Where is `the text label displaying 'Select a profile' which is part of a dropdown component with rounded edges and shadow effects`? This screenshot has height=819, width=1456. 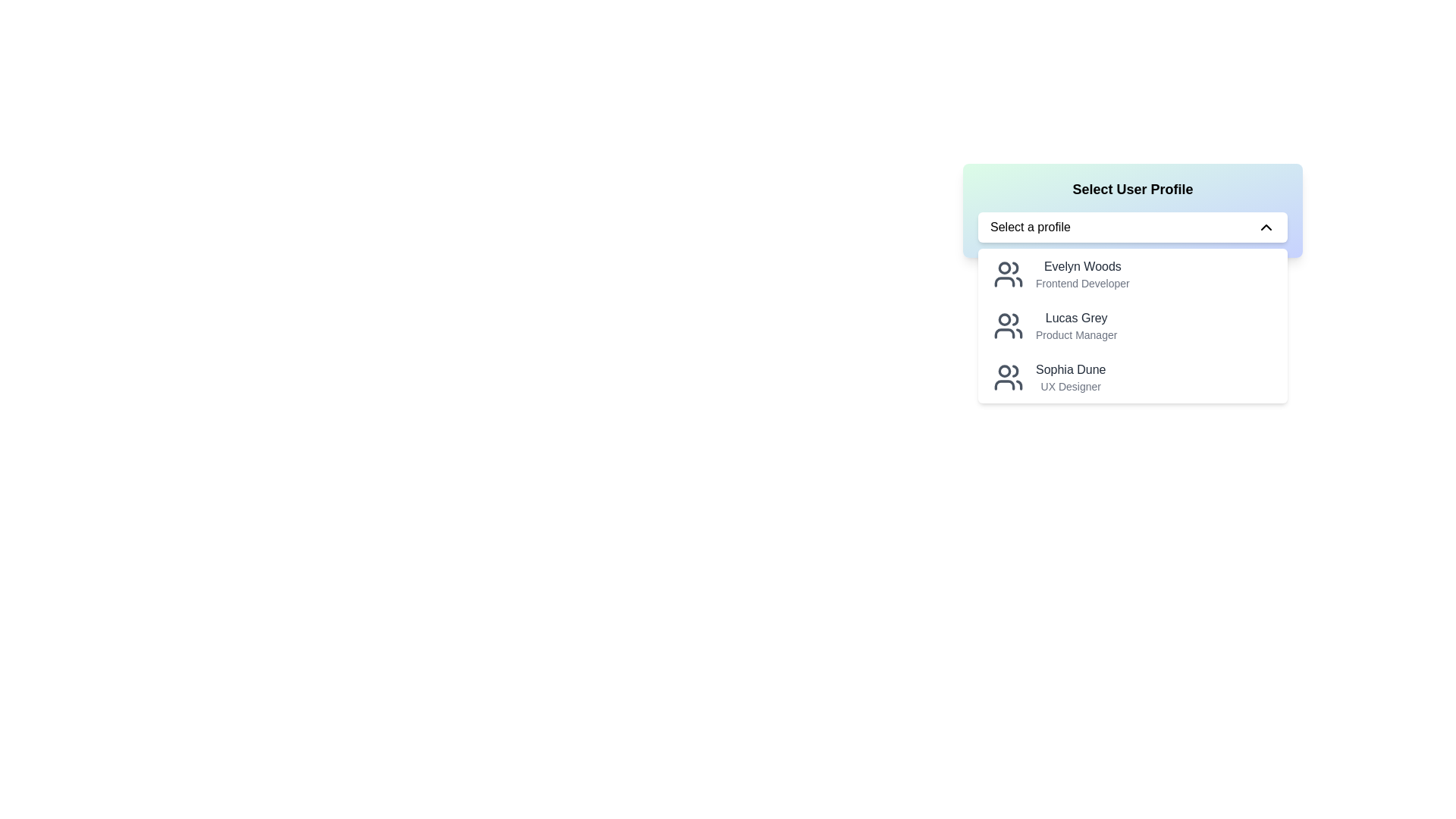
the text label displaying 'Select a profile' which is part of a dropdown component with rounded edges and shadow effects is located at coordinates (1030, 227).